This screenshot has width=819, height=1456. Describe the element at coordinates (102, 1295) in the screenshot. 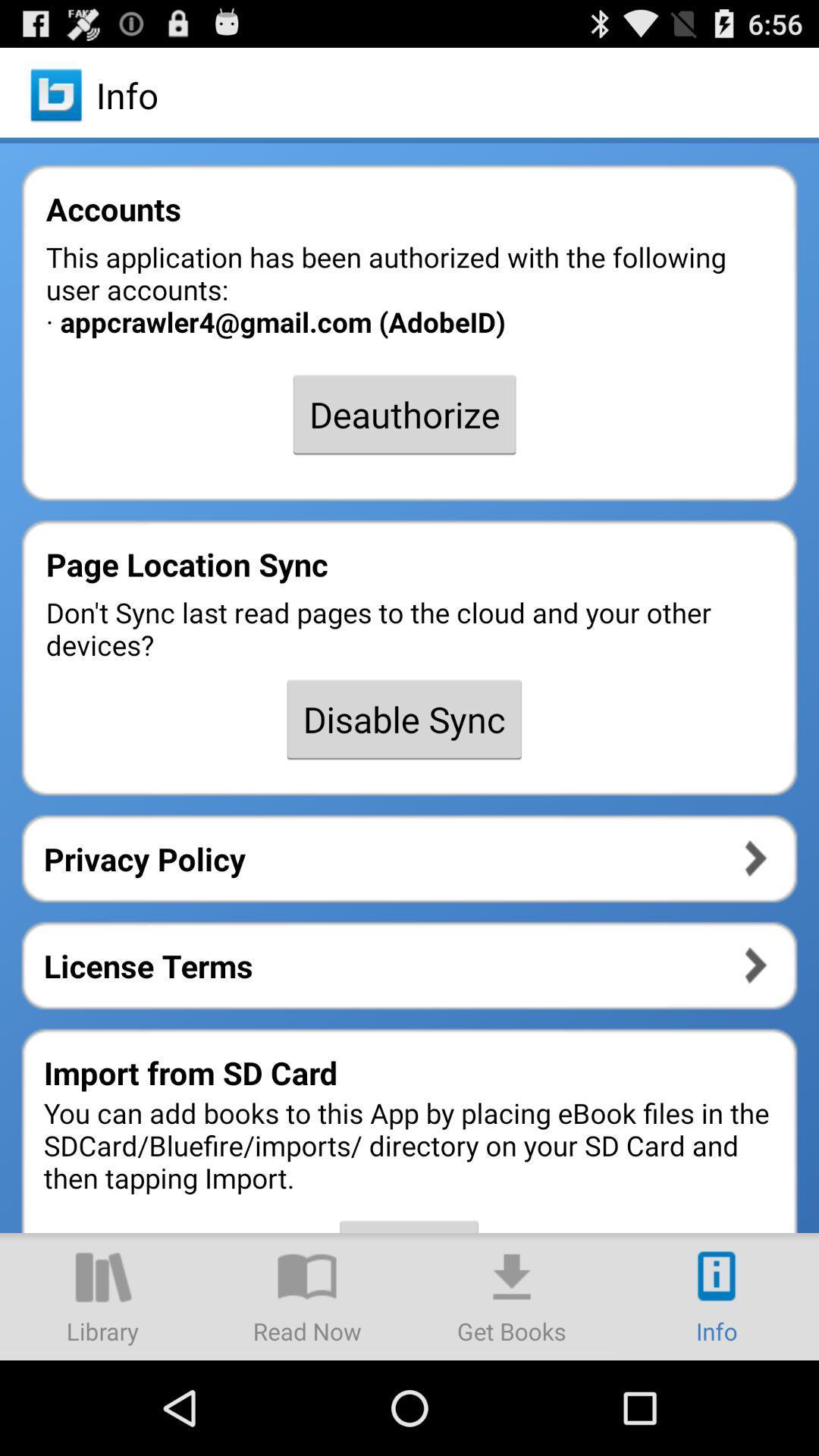

I see `item below the you can add item` at that location.